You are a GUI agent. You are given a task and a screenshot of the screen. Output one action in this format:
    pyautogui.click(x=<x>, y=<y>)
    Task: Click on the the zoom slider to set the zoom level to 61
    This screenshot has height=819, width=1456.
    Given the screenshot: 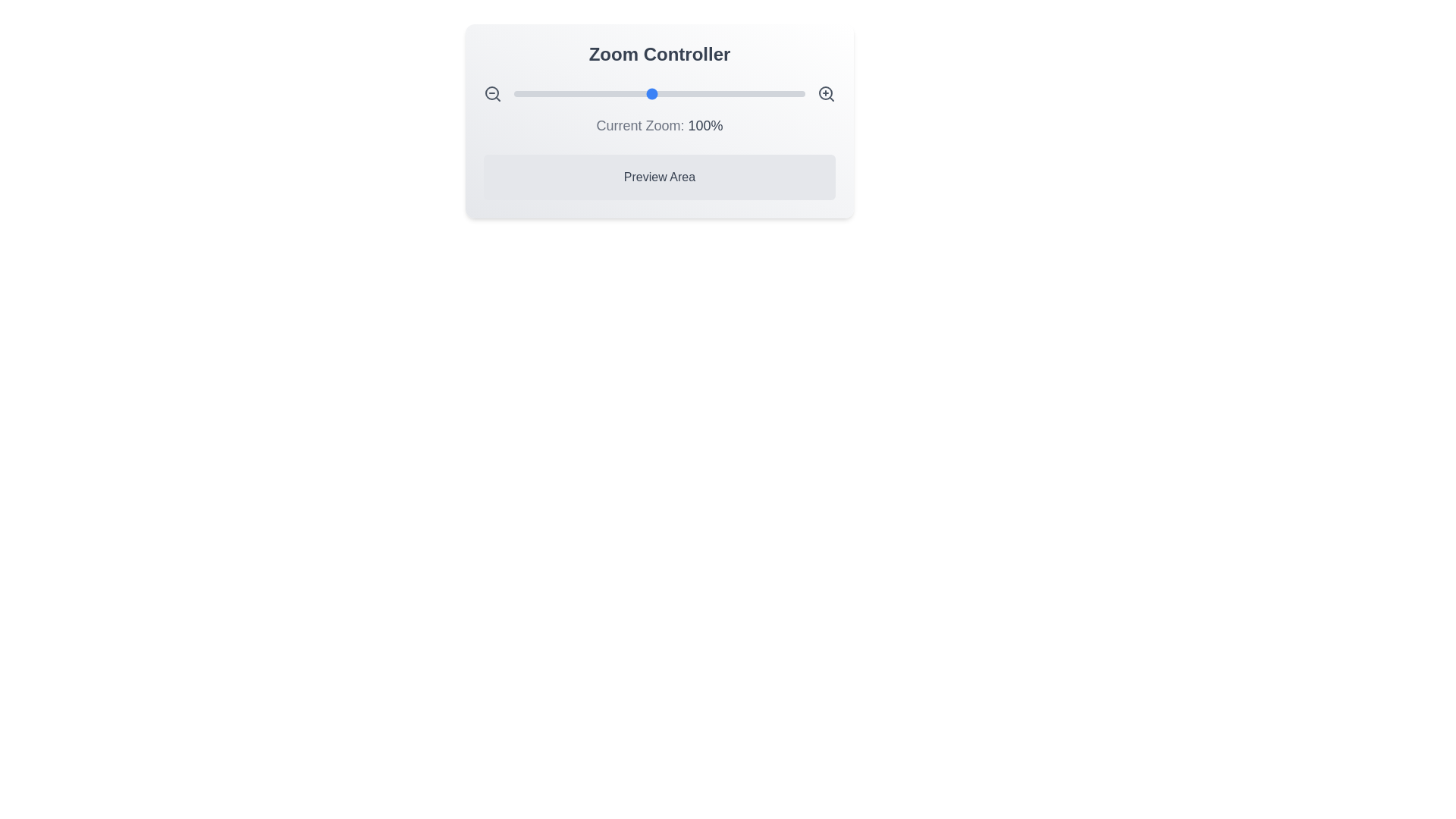 What is the action you would take?
    pyautogui.click(x=591, y=93)
    